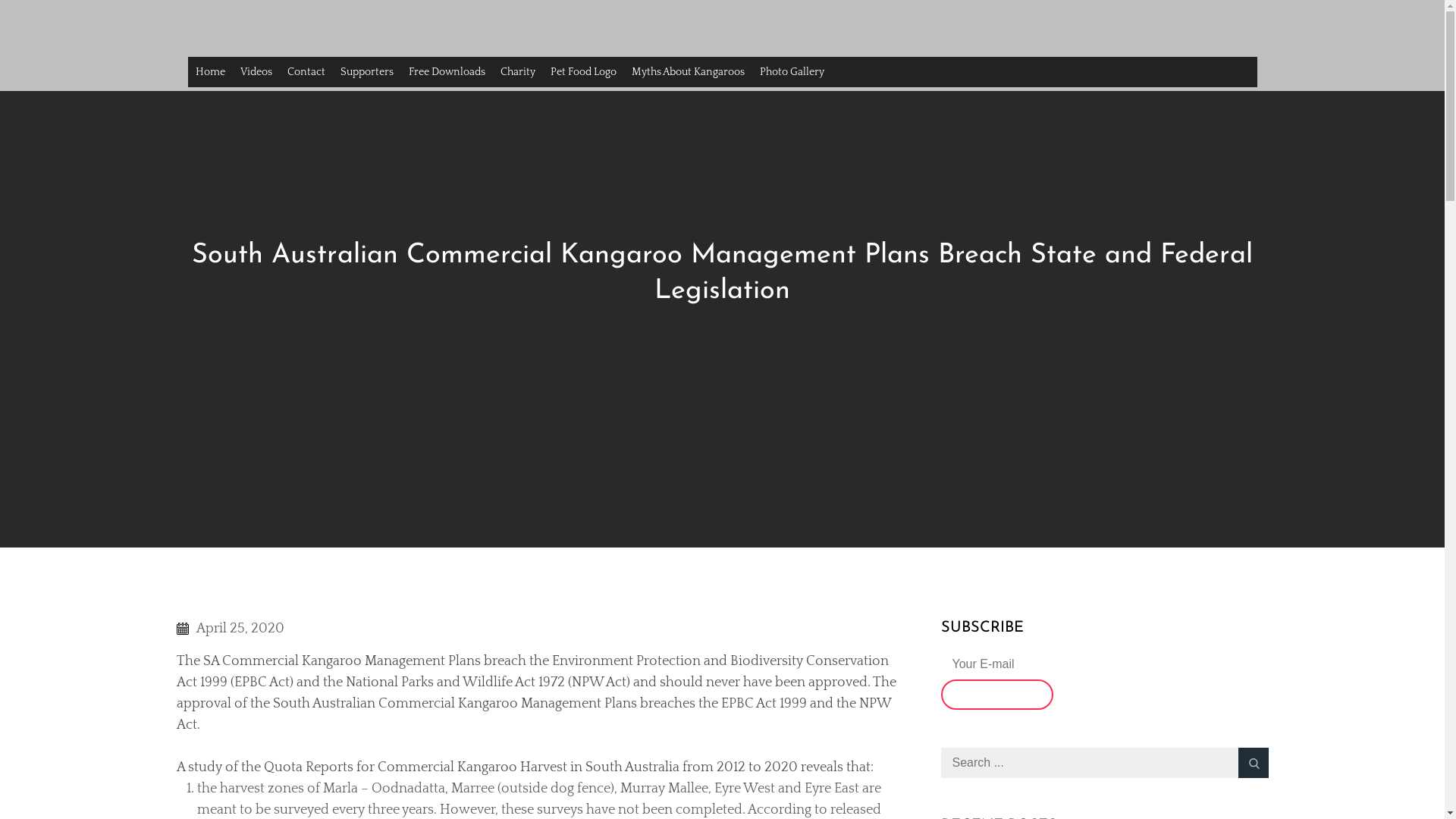  I want to click on 'Skip to content', so click(0, 0).